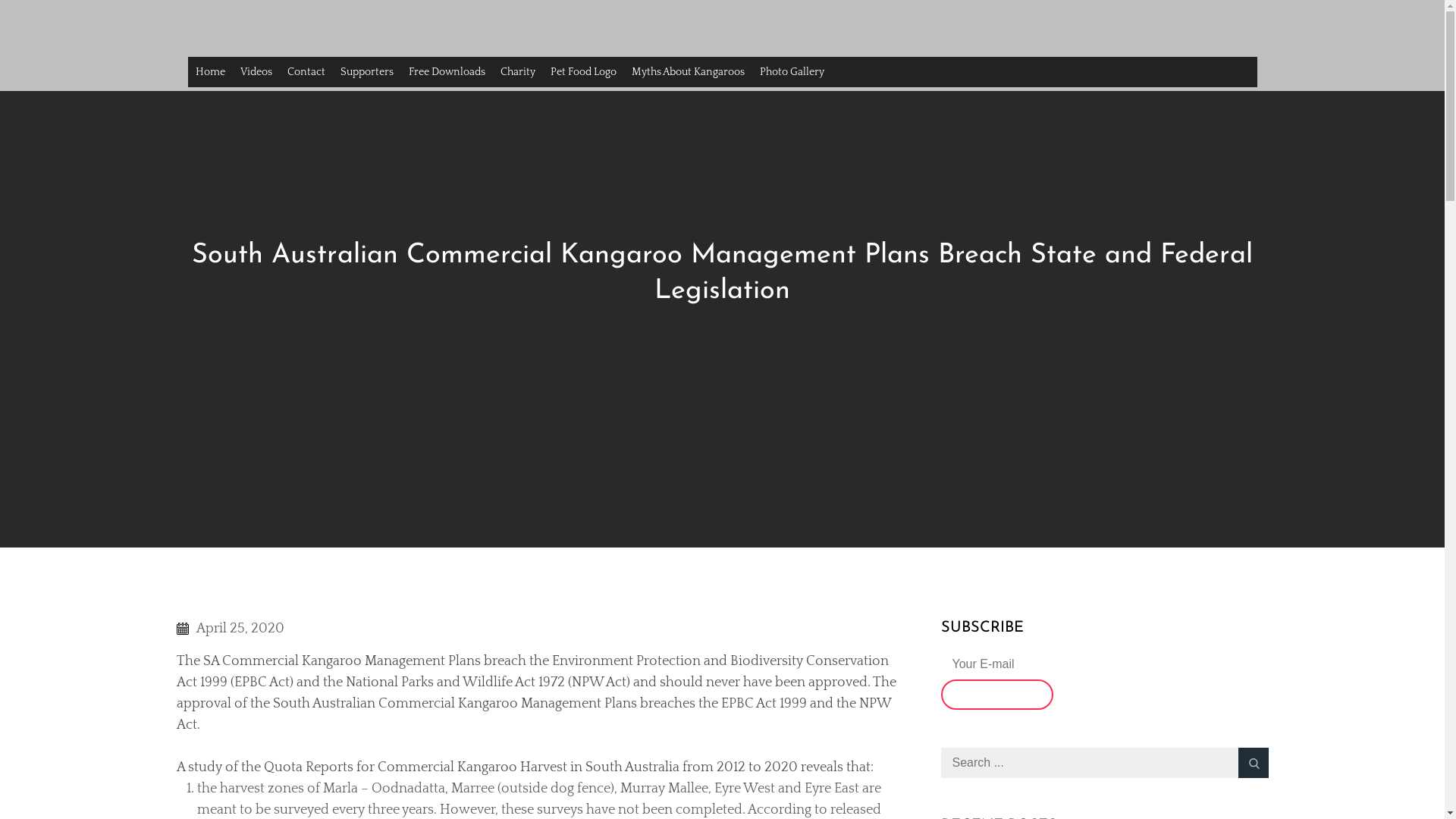  I want to click on 'Skip to content', so click(0, 0).